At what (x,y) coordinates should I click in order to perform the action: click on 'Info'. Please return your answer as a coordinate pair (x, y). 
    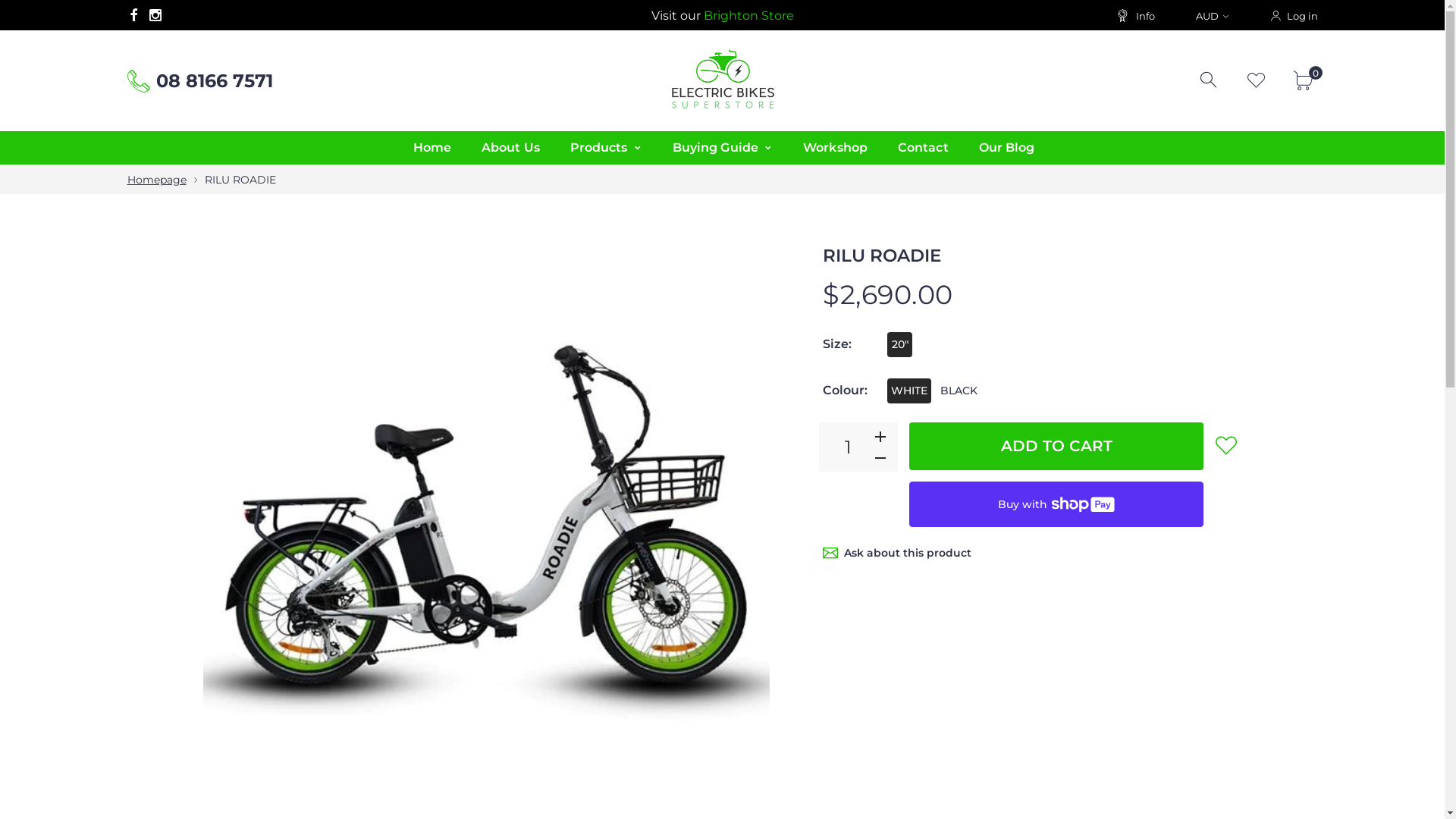
    Looking at the image, I should click on (1134, 14).